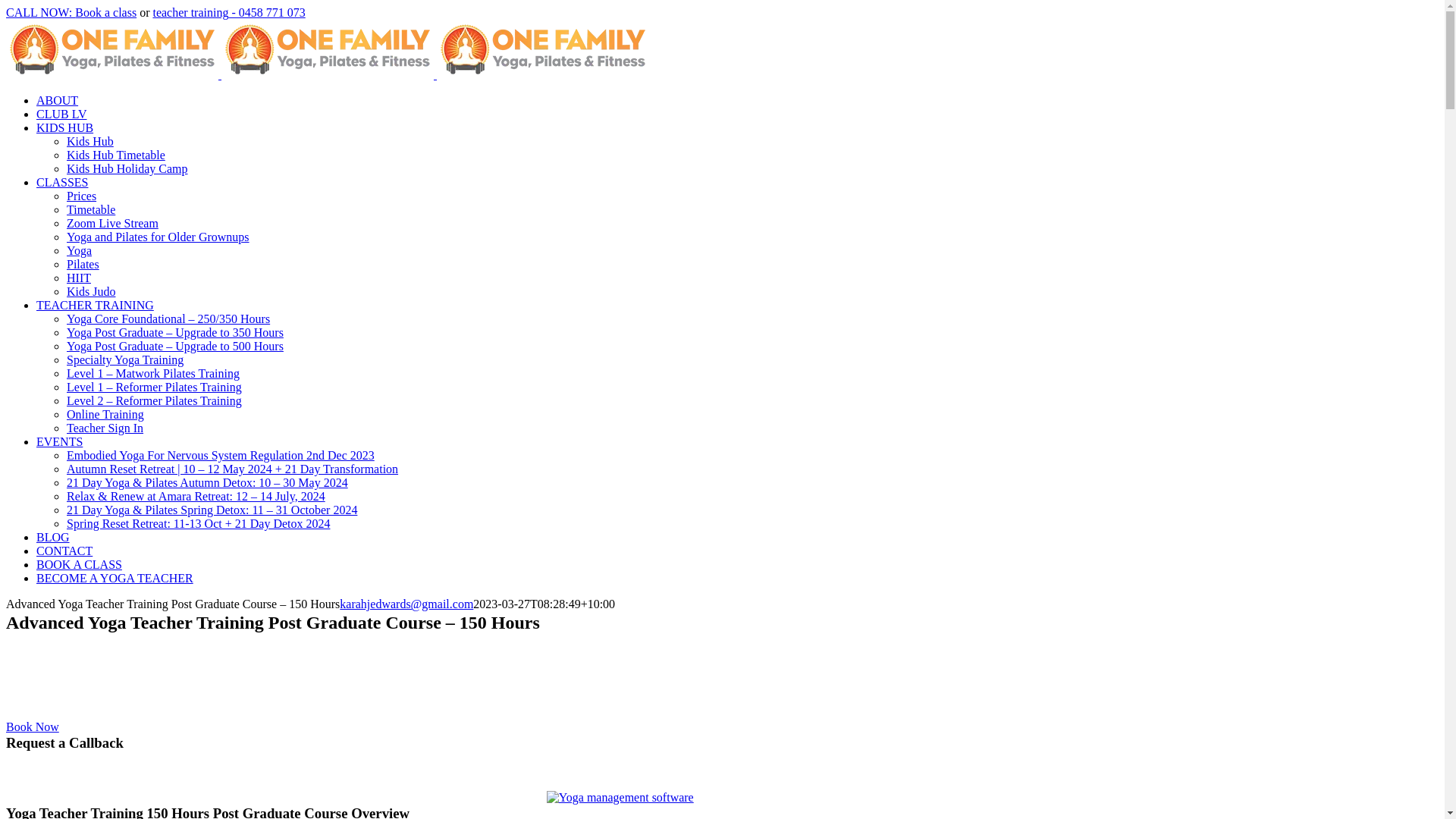  I want to click on 'Teacher Sign In', so click(104, 428).